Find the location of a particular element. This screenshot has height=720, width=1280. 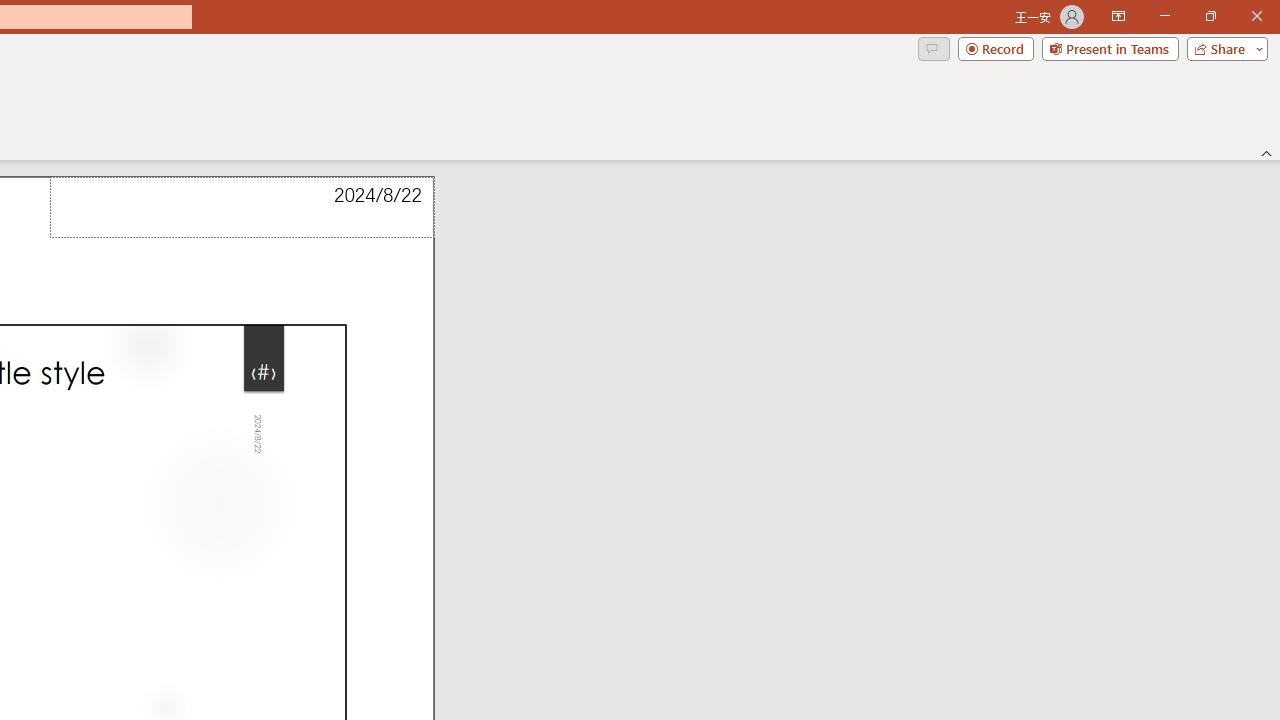

'Date' is located at coordinates (241, 207).